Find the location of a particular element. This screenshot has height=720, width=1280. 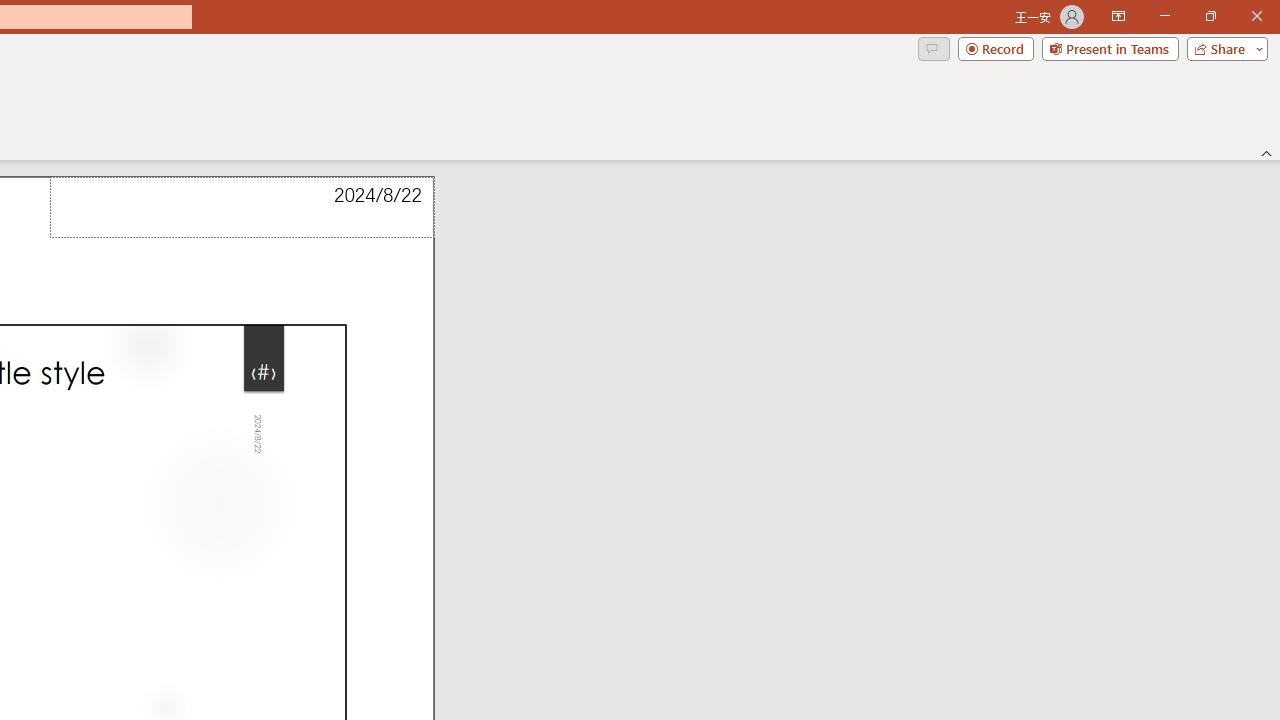

'Date' is located at coordinates (241, 207).